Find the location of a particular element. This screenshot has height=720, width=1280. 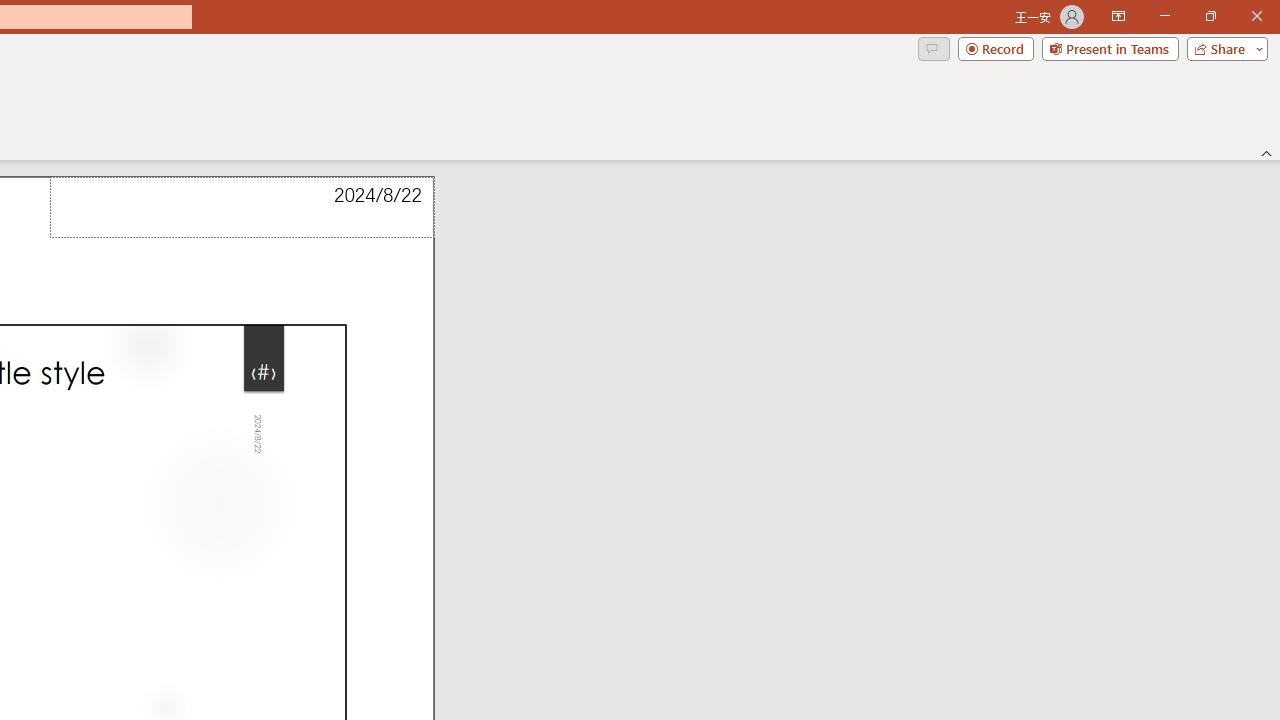

'Date' is located at coordinates (241, 207).